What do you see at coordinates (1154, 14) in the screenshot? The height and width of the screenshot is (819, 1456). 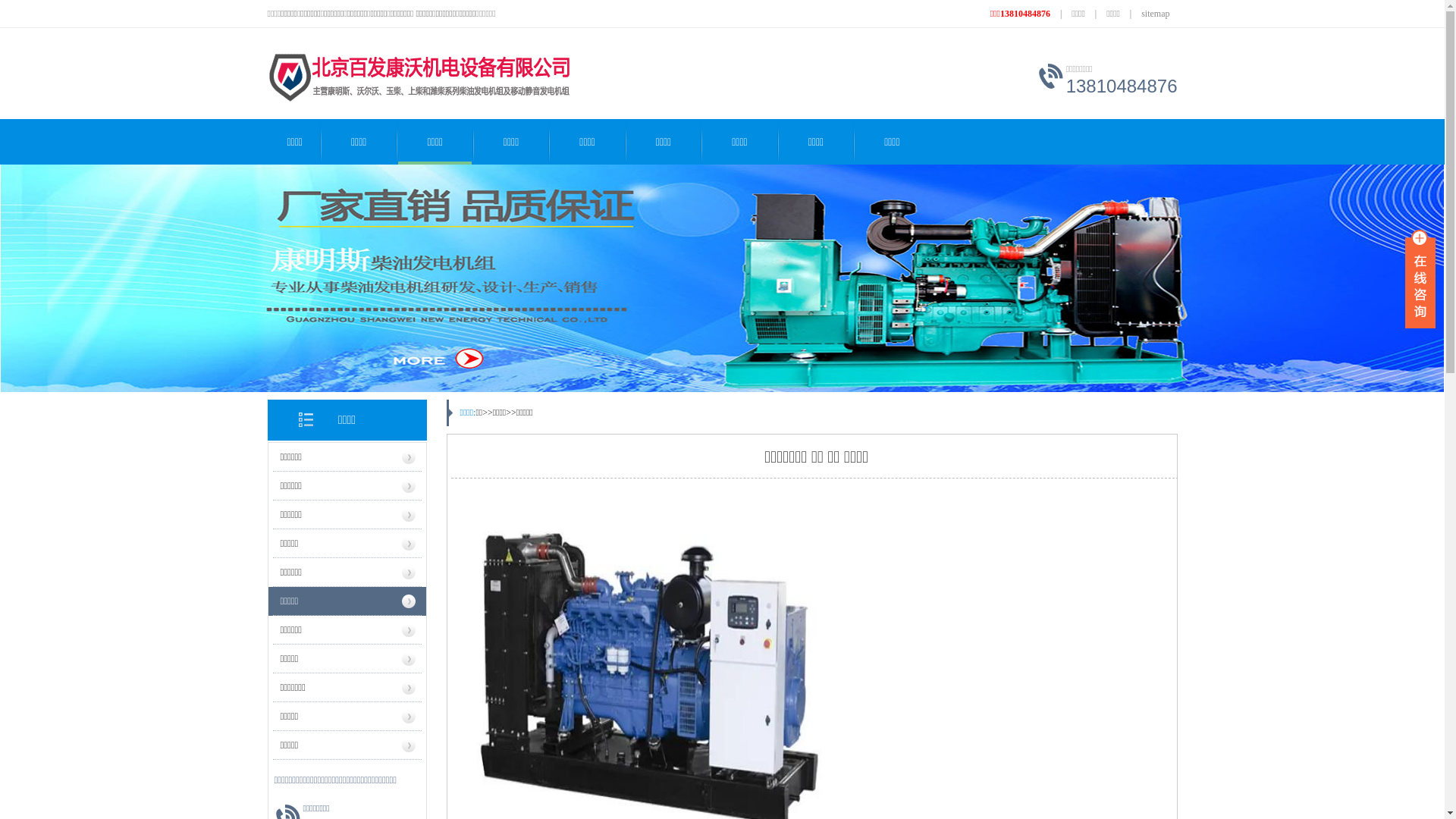 I see `'sitemap'` at bounding box center [1154, 14].